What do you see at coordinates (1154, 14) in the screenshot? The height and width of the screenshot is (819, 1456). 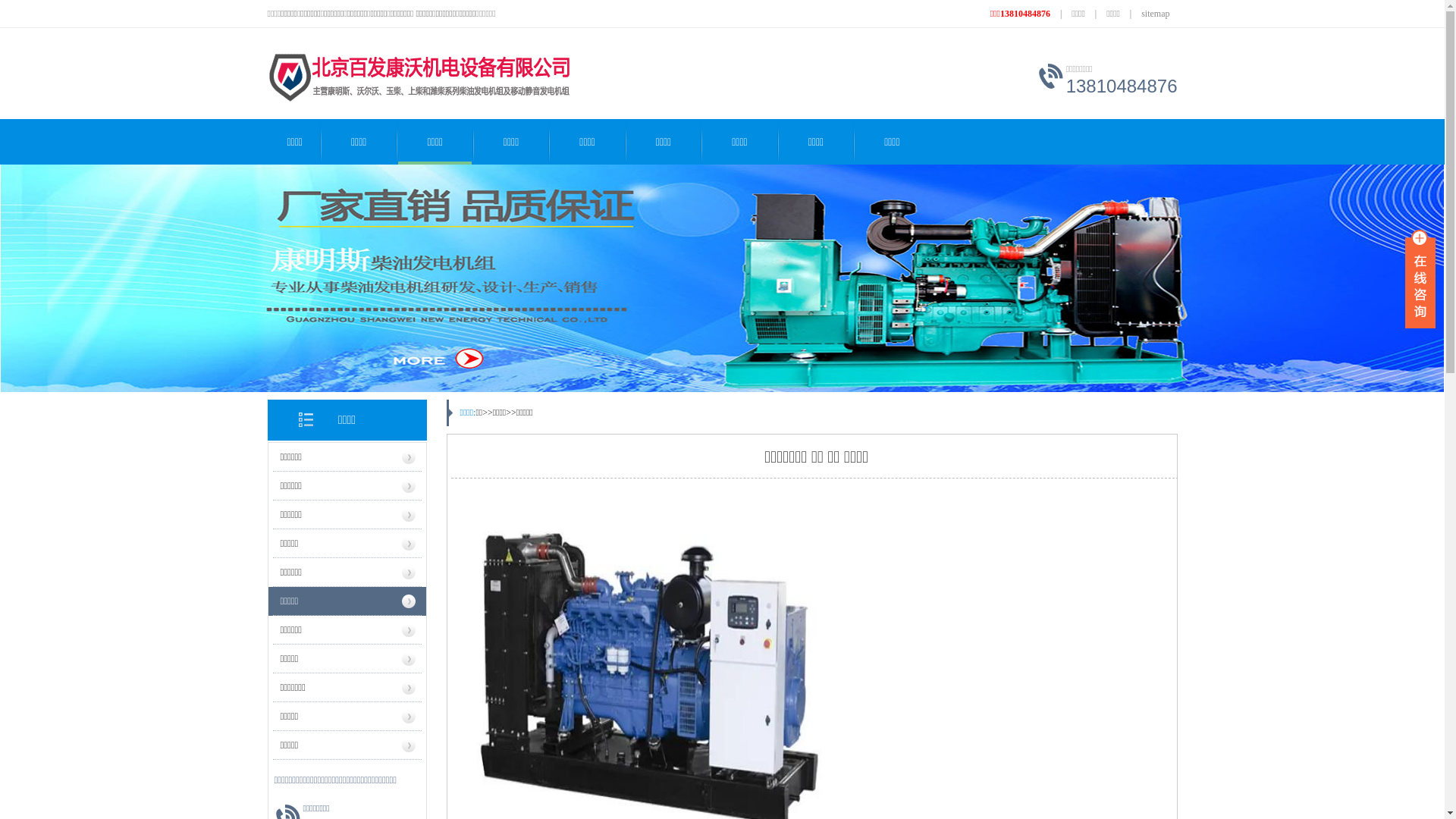 I see `'sitemap'` at bounding box center [1154, 14].